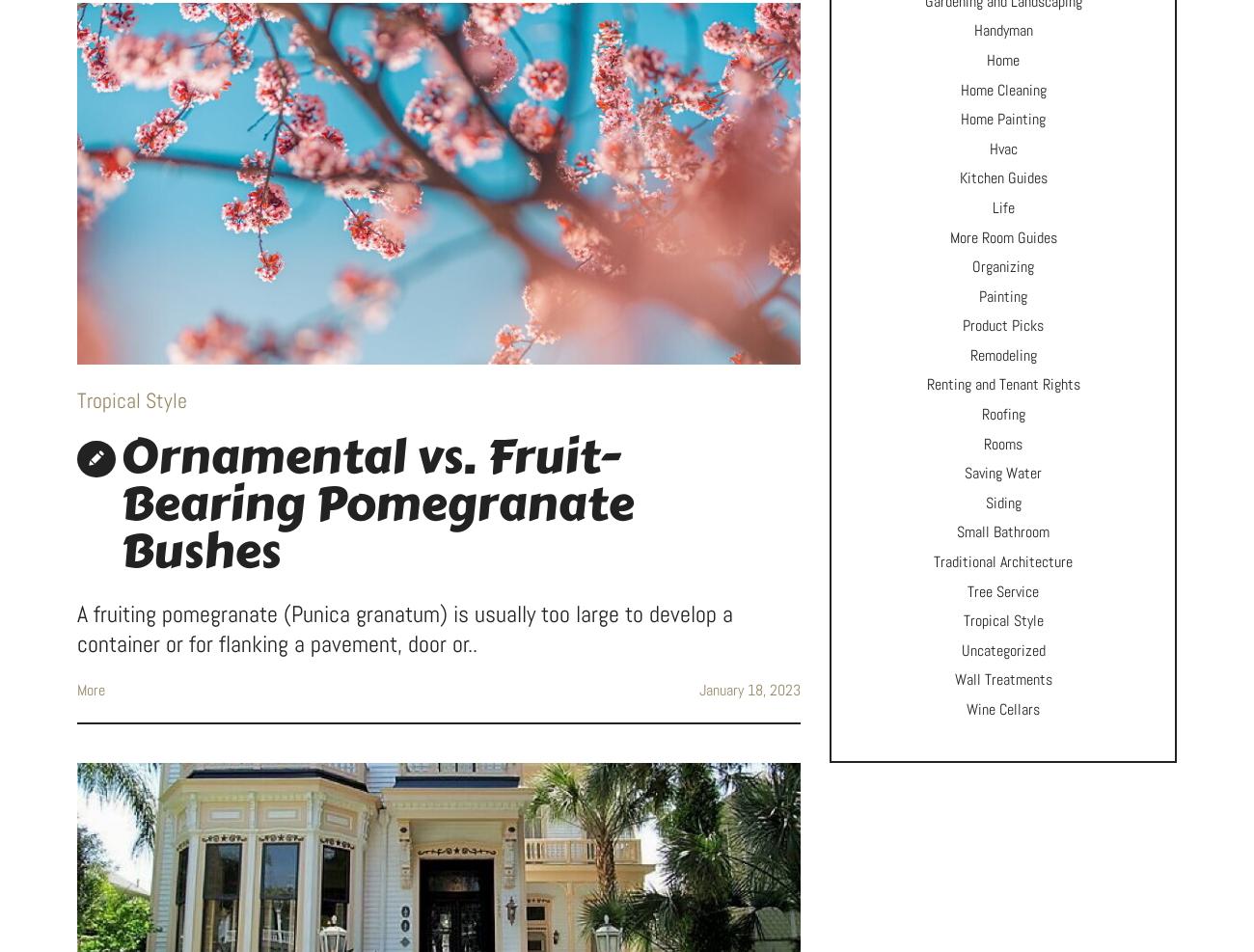  What do you see at coordinates (1002, 679) in the screenshot?
I see `'Wall Treatments'` at bounding box center [1002, 679].